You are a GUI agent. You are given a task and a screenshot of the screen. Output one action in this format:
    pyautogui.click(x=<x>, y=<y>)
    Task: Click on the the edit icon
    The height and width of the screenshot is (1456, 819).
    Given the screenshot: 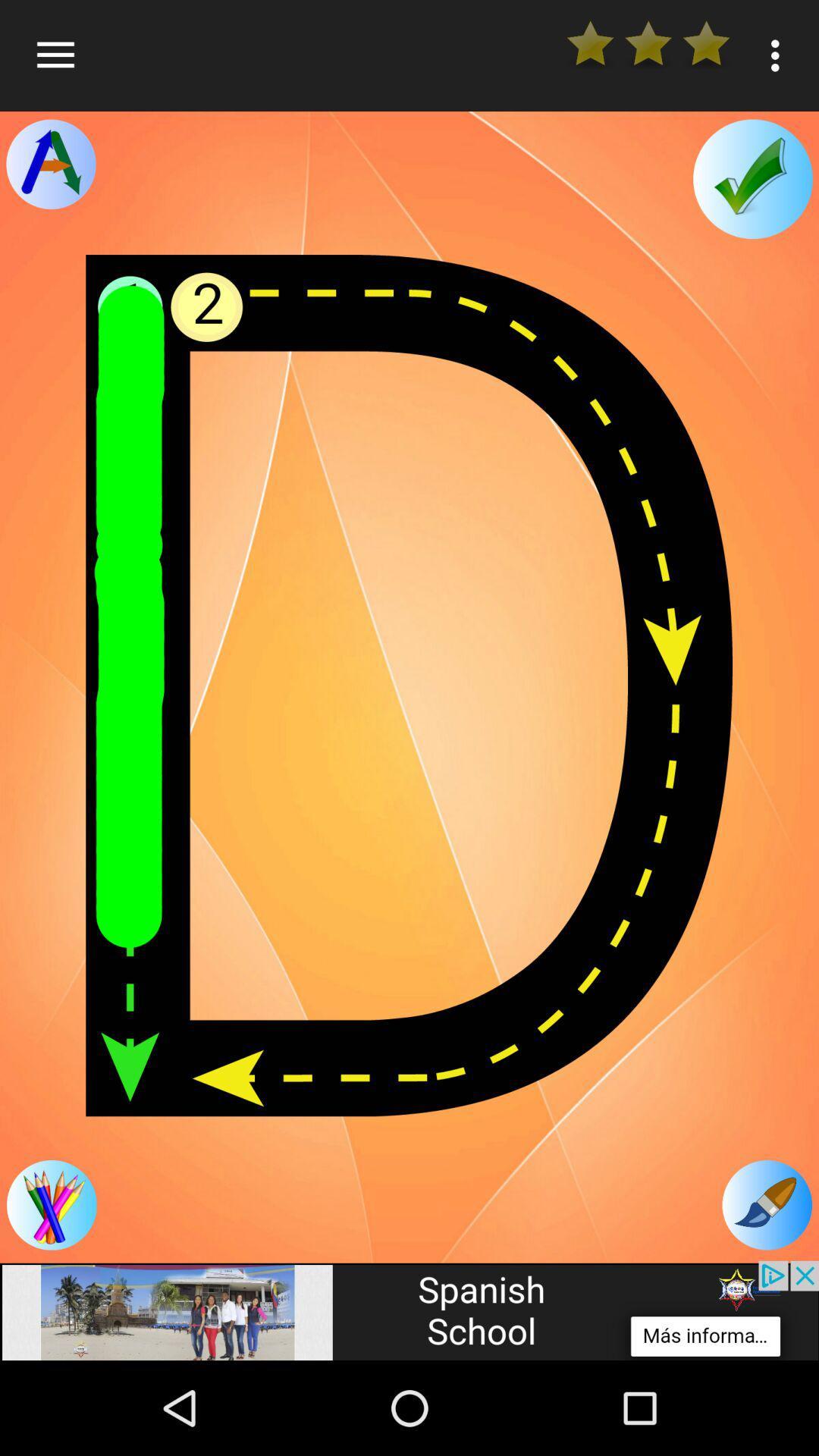 What is the action you would take?
    pyautogui.click(x=767, y=1204)
    